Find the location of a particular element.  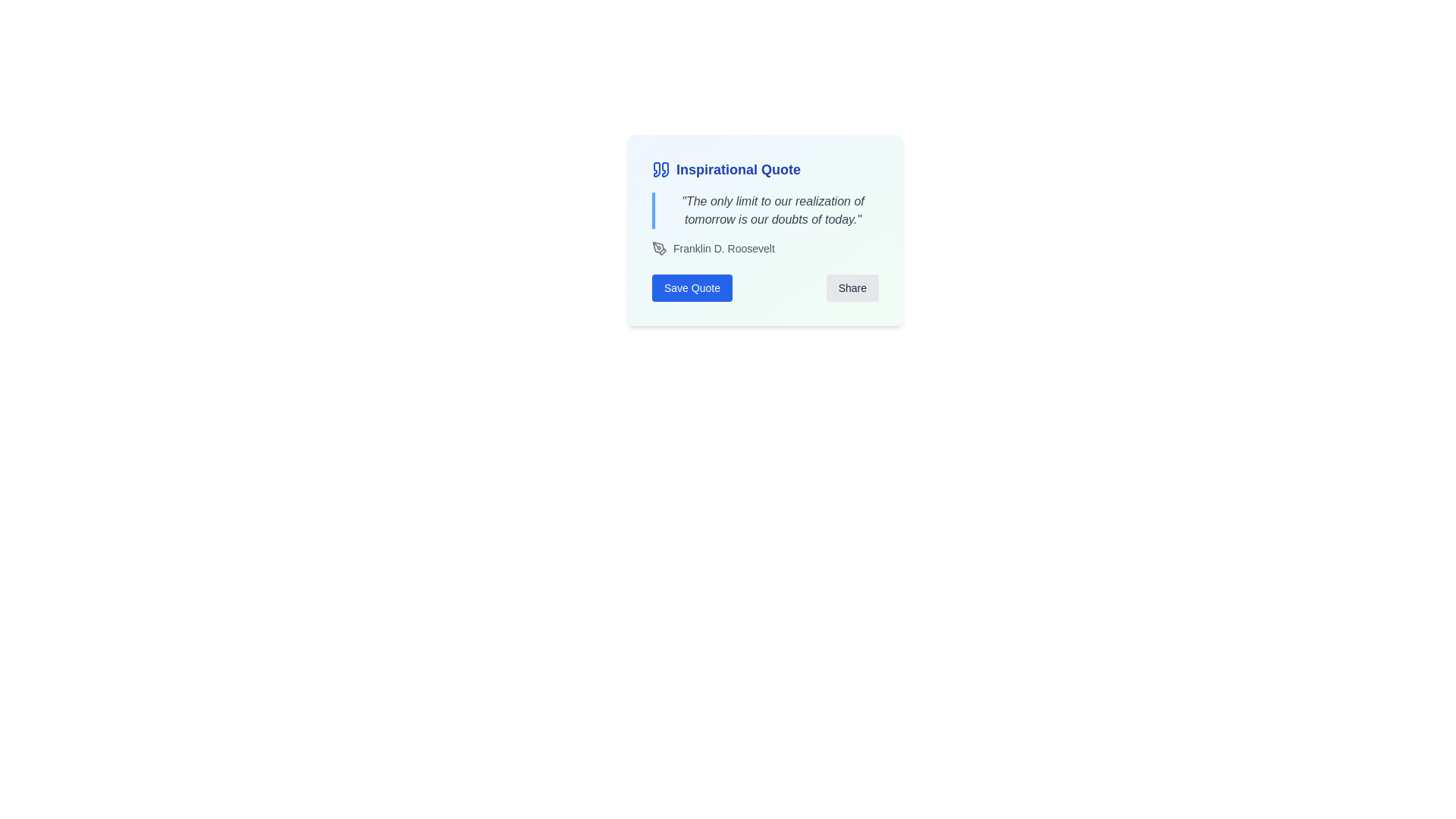

the static text label indicating the author of the quoted text, located to the right of an icon in the bottom-left area of the card is located at coordinates (723, 247).